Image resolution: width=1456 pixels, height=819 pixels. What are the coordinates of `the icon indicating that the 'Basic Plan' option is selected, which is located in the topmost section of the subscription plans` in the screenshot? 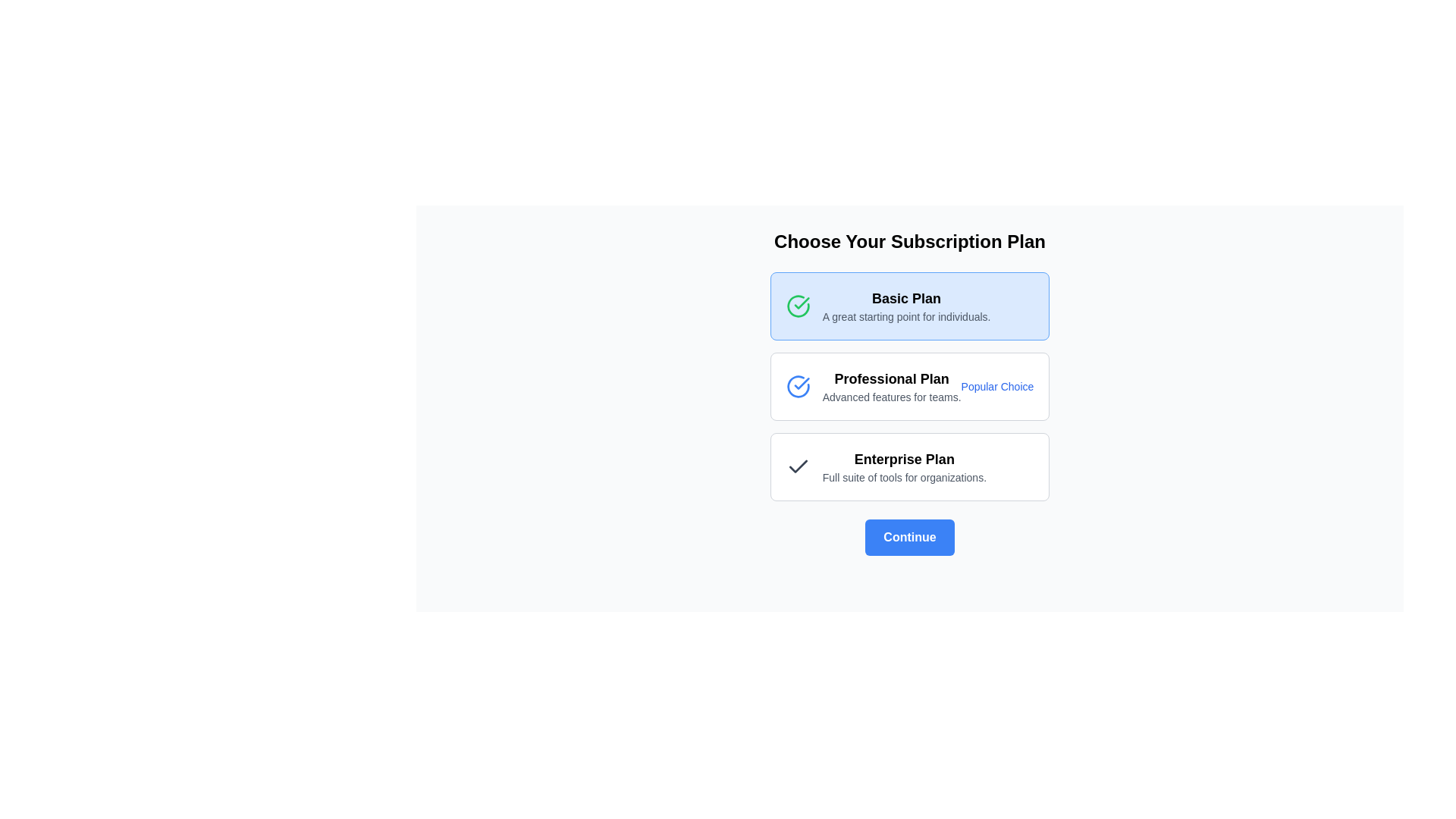 It's located at (797, 306).